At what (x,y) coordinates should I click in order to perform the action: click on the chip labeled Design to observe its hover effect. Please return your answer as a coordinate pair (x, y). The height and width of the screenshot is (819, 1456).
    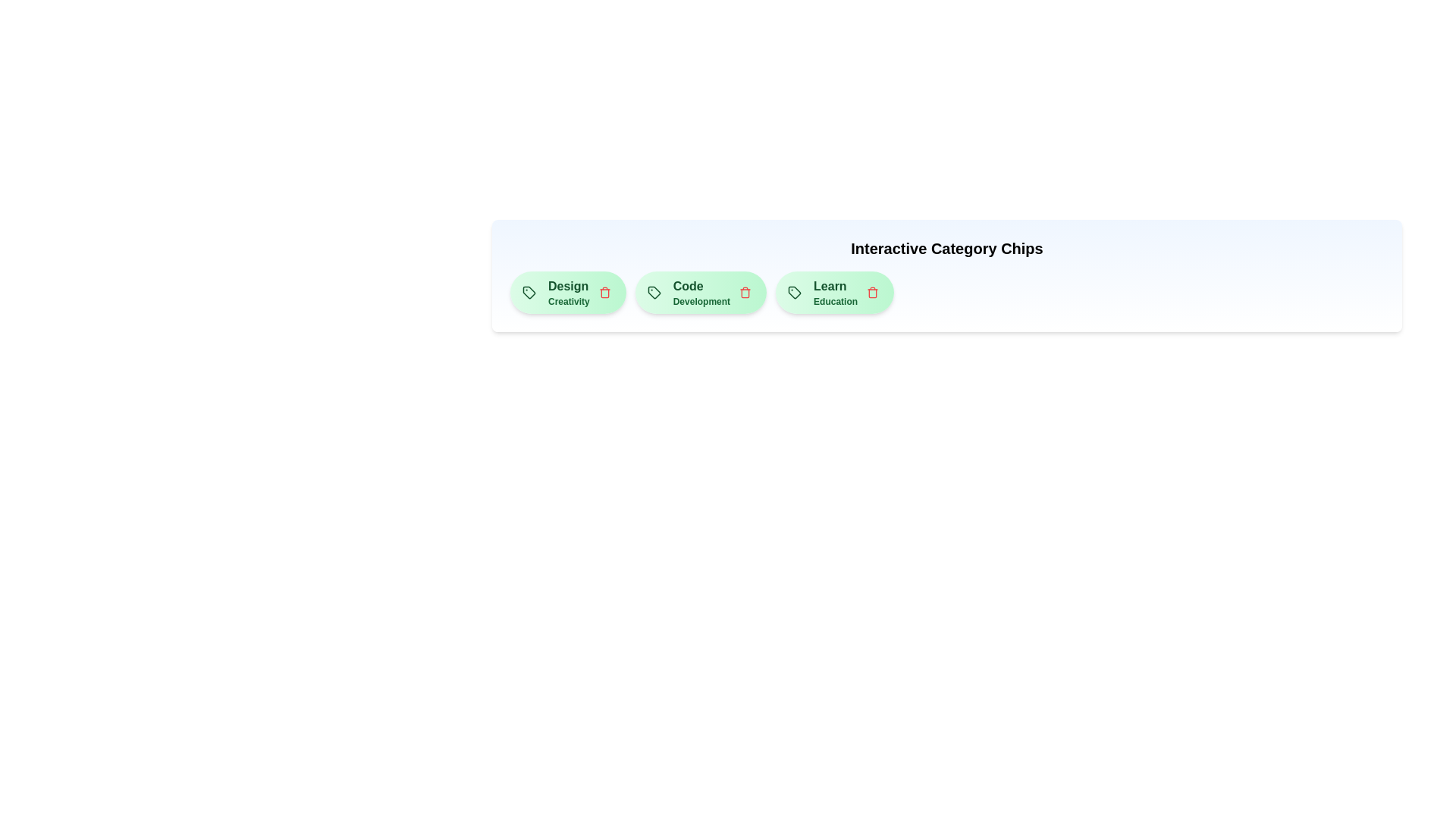
    Looking at the image, I should click on (566, 292).